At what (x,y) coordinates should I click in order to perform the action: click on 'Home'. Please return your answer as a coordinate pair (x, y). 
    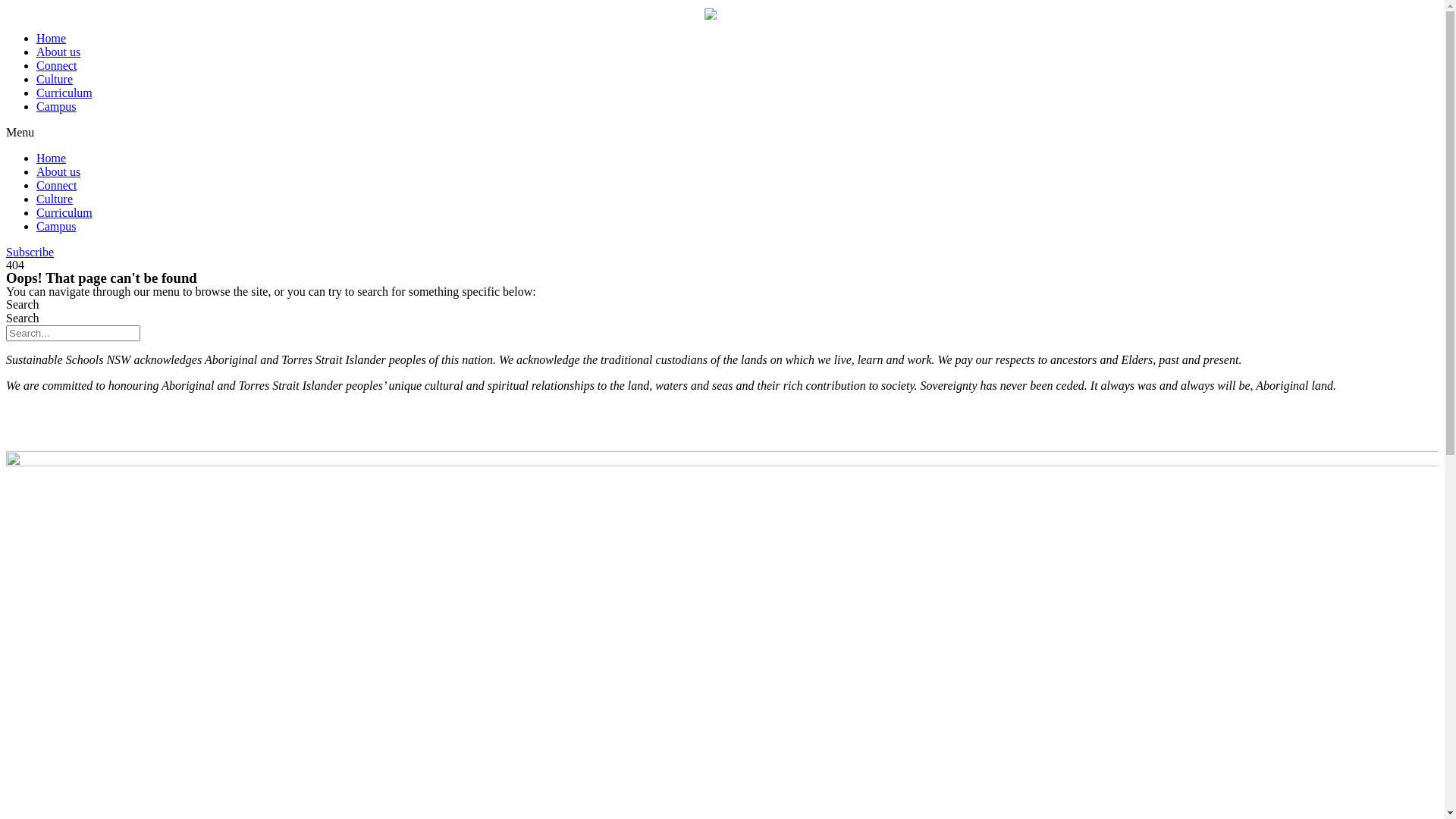
    Looking at the image, I should click on (51, 37).